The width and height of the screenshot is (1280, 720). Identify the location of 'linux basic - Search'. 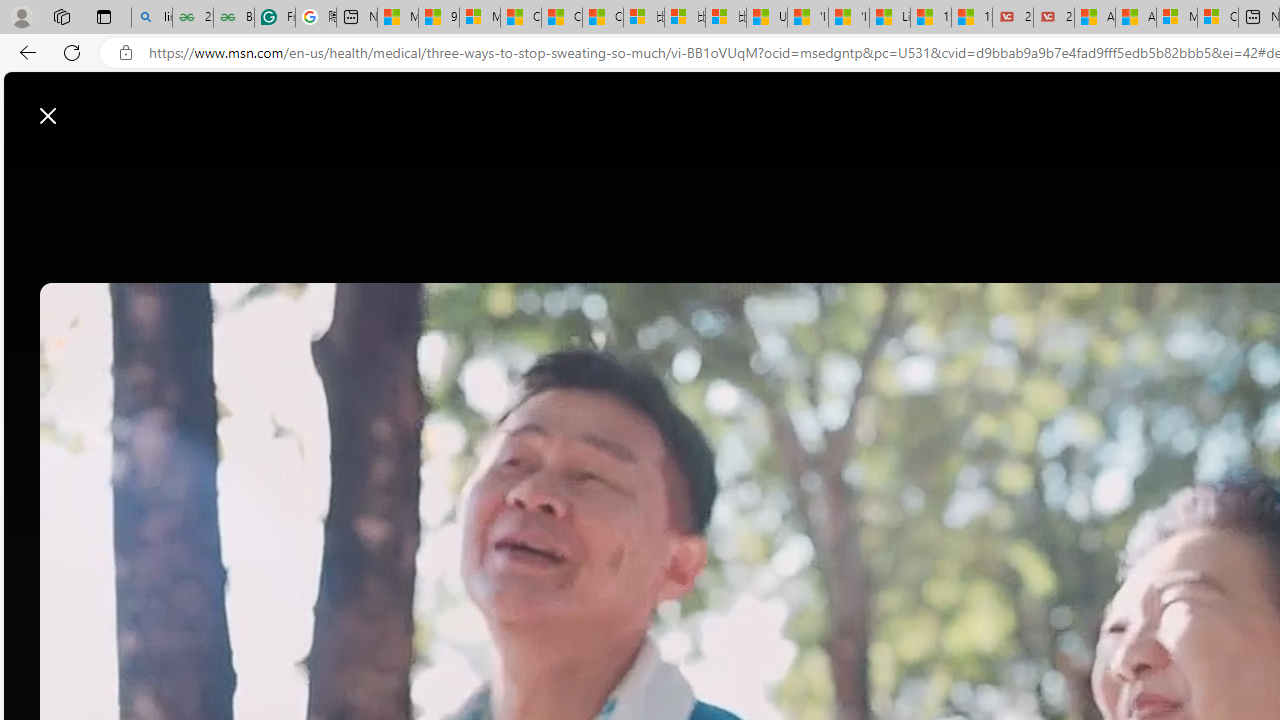
(150, 17).